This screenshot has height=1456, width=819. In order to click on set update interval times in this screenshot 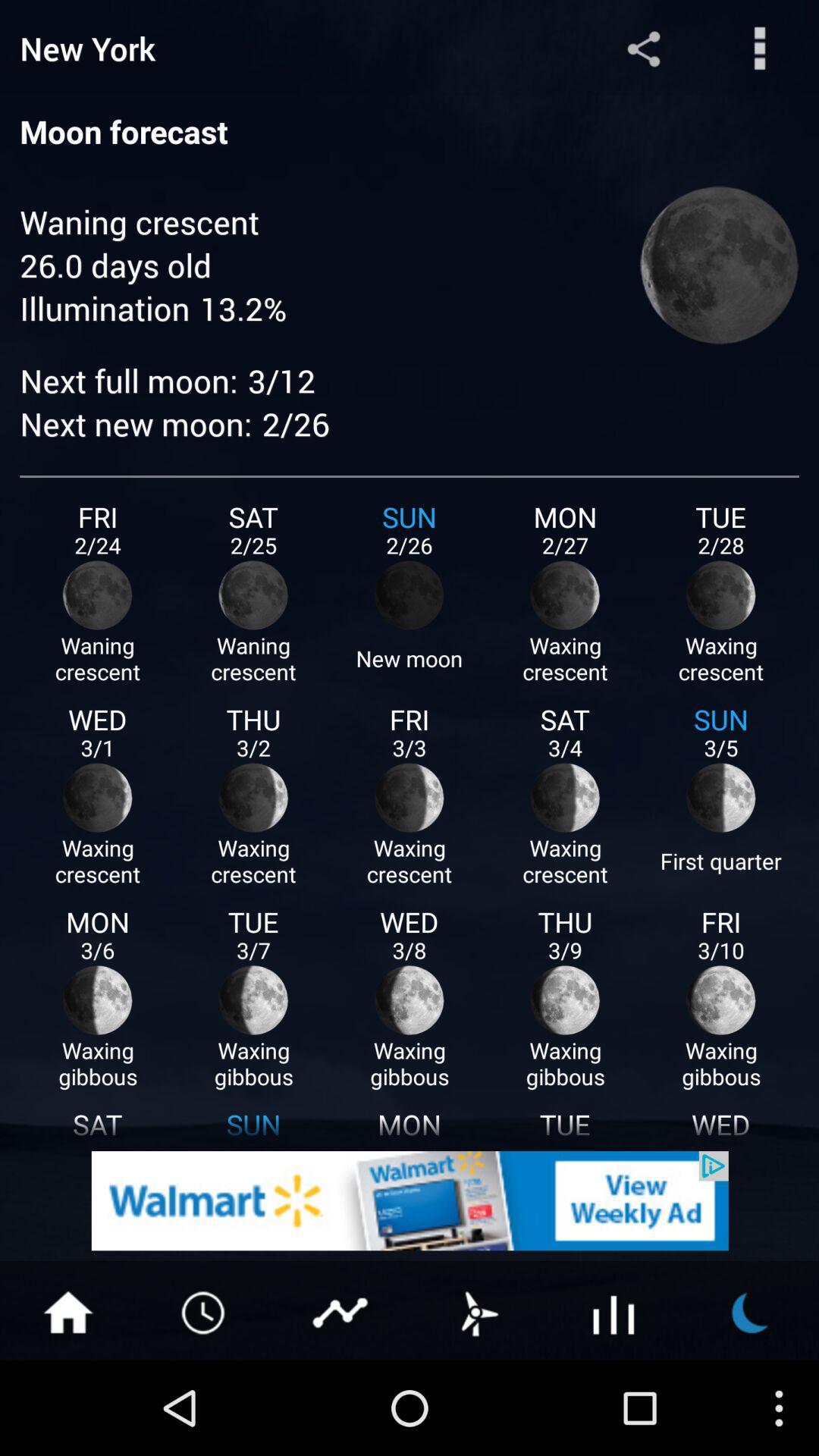, I will do `click(205, 1310)`.